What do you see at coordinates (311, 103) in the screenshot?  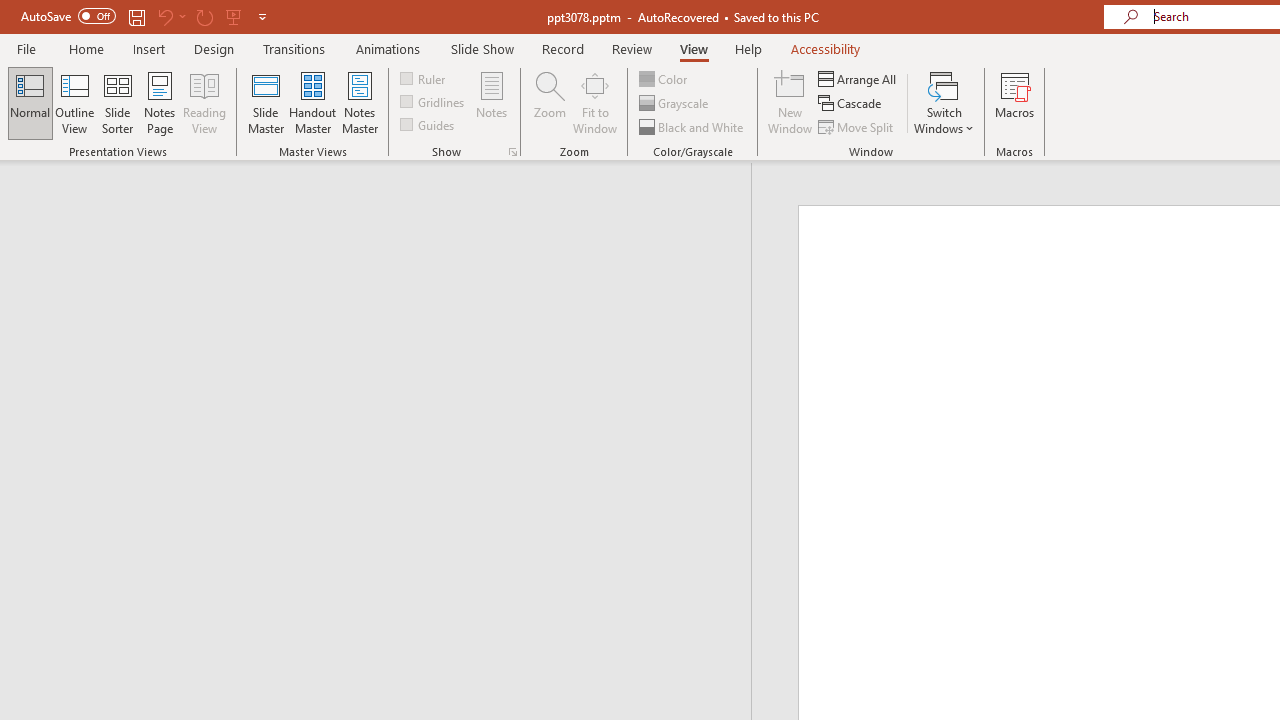 I see `'Handout Master'` at bounding box center [311, 103].